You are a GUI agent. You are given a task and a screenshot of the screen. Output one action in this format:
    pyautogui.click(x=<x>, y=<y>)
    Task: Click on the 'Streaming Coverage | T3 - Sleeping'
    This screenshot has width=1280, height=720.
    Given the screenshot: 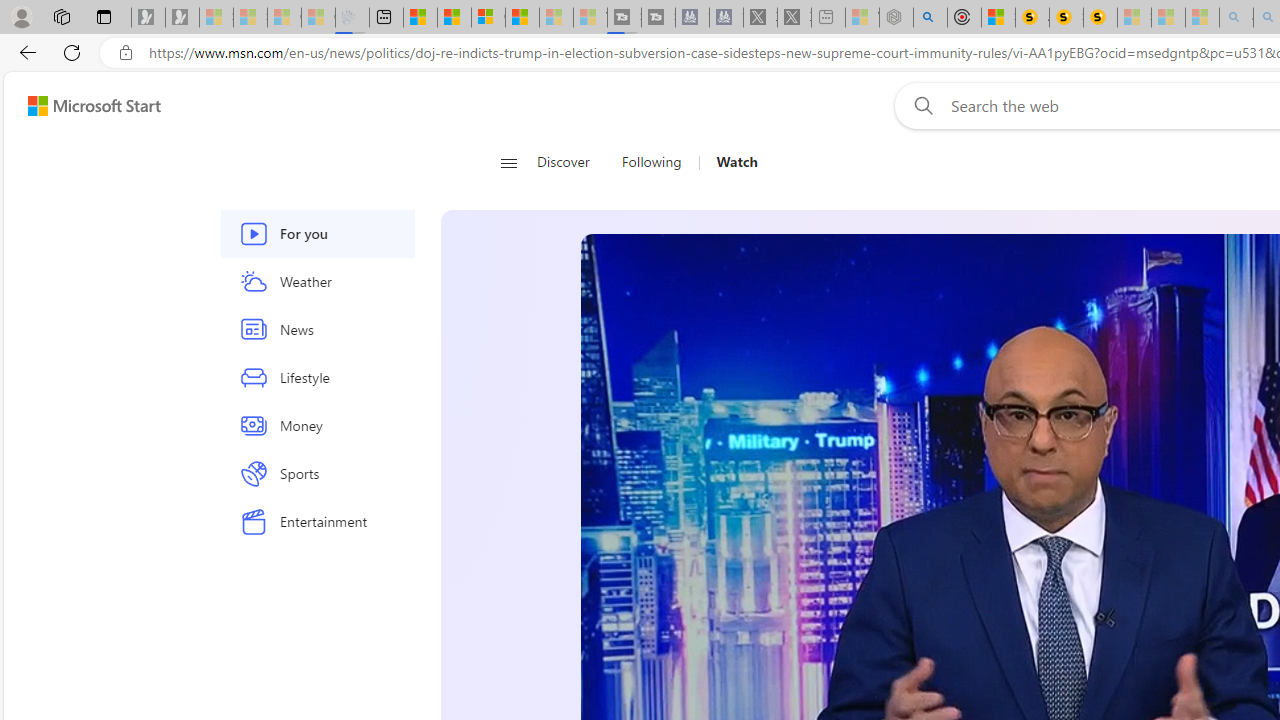 What is the action you would take?
    pyautogui.click(x=623, y=17)
    